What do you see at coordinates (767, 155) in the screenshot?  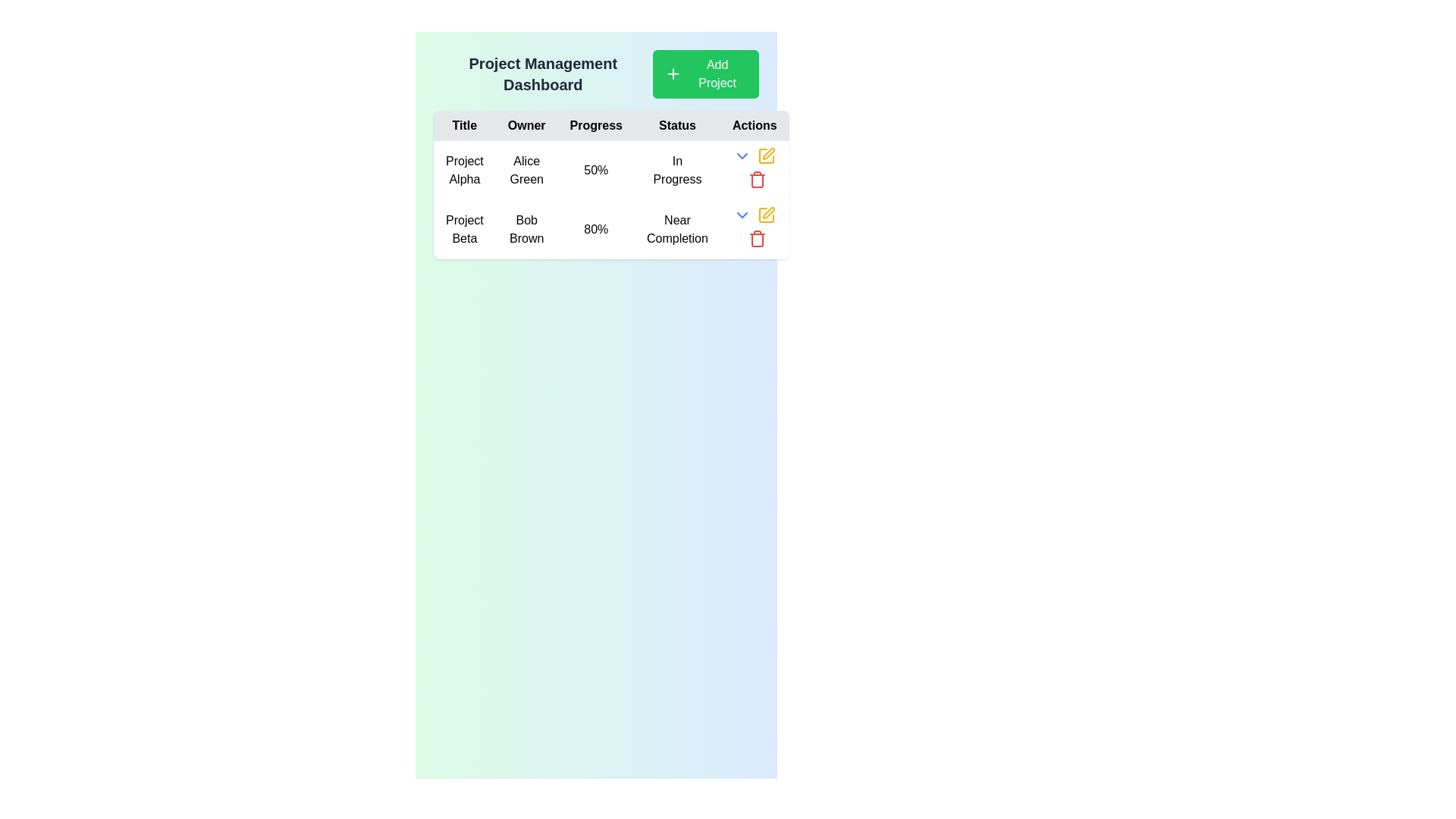 I see `the edit button located in the 'Actions' column of the first row of the table` at bounding box center [767, 155].